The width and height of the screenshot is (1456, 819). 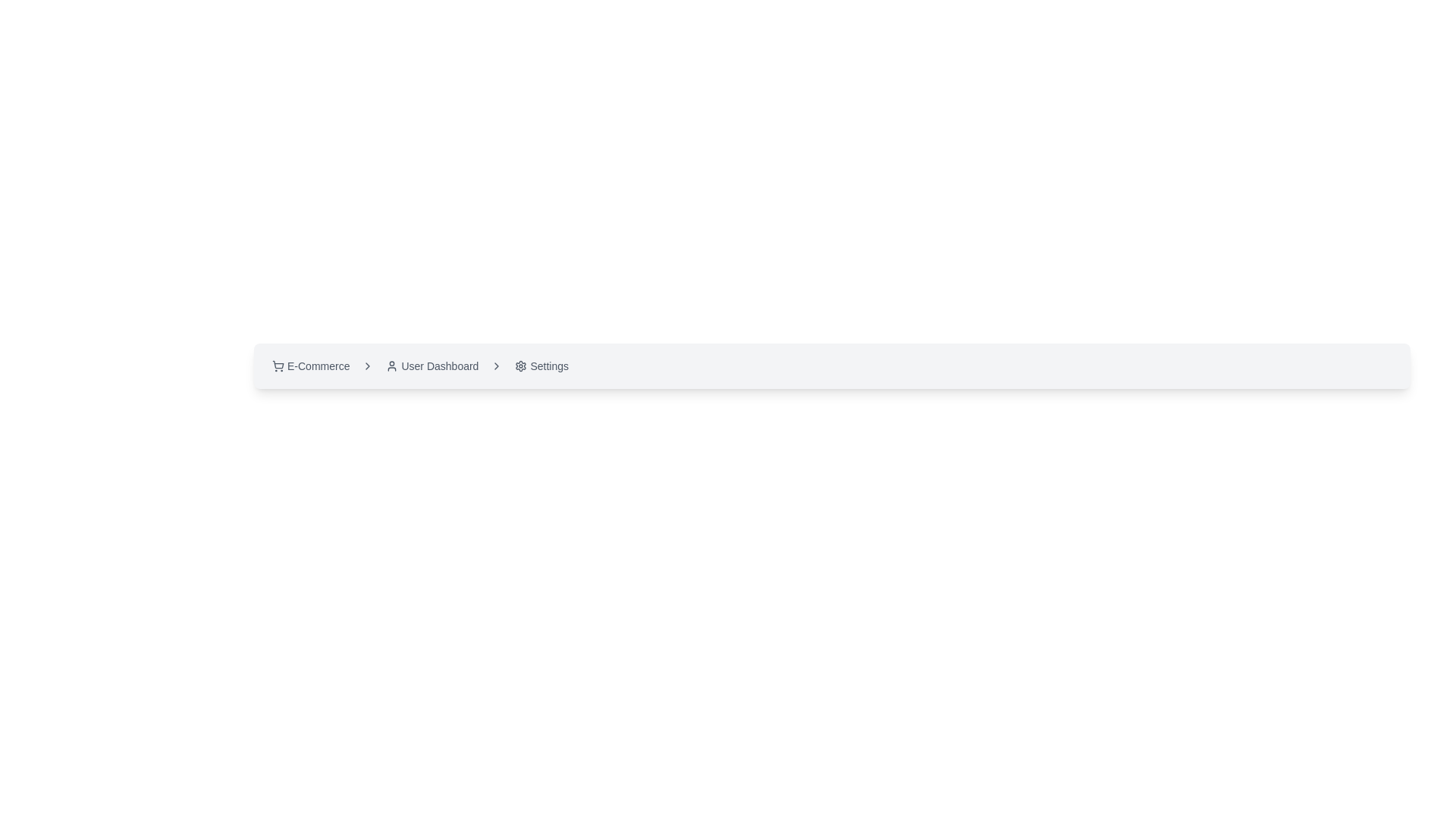 I want to click on the 'Settings' button in the breadcrumb navigation bar to trigger highlighting, so click(x=541, y=366).